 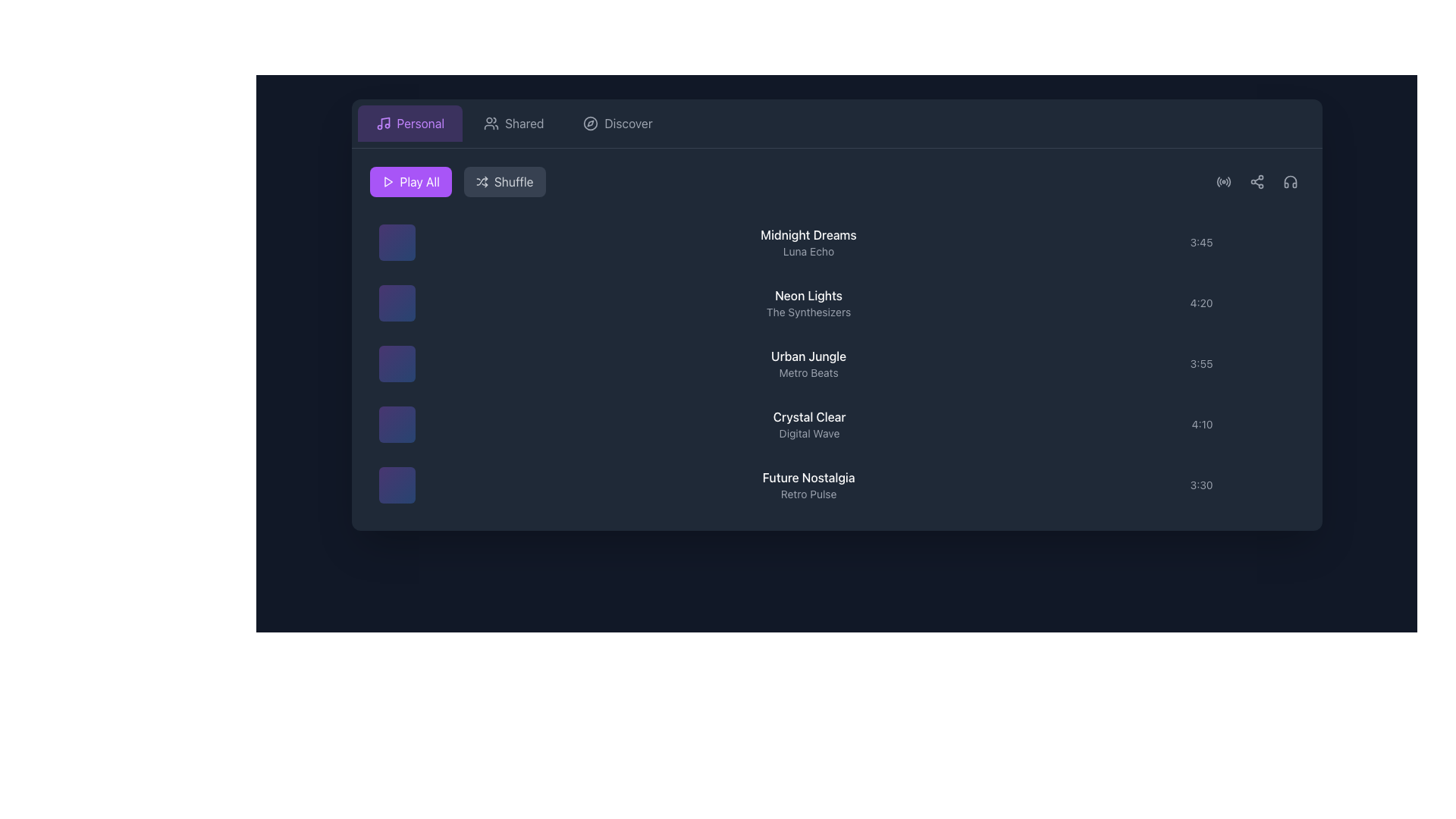 What do you see at coordinates (1289, 180) in the screenshot?
I see `the audio settings button, which is the third button in a horizontal sequence on the right side of the interface panel` at bounding box center [1289, 180].